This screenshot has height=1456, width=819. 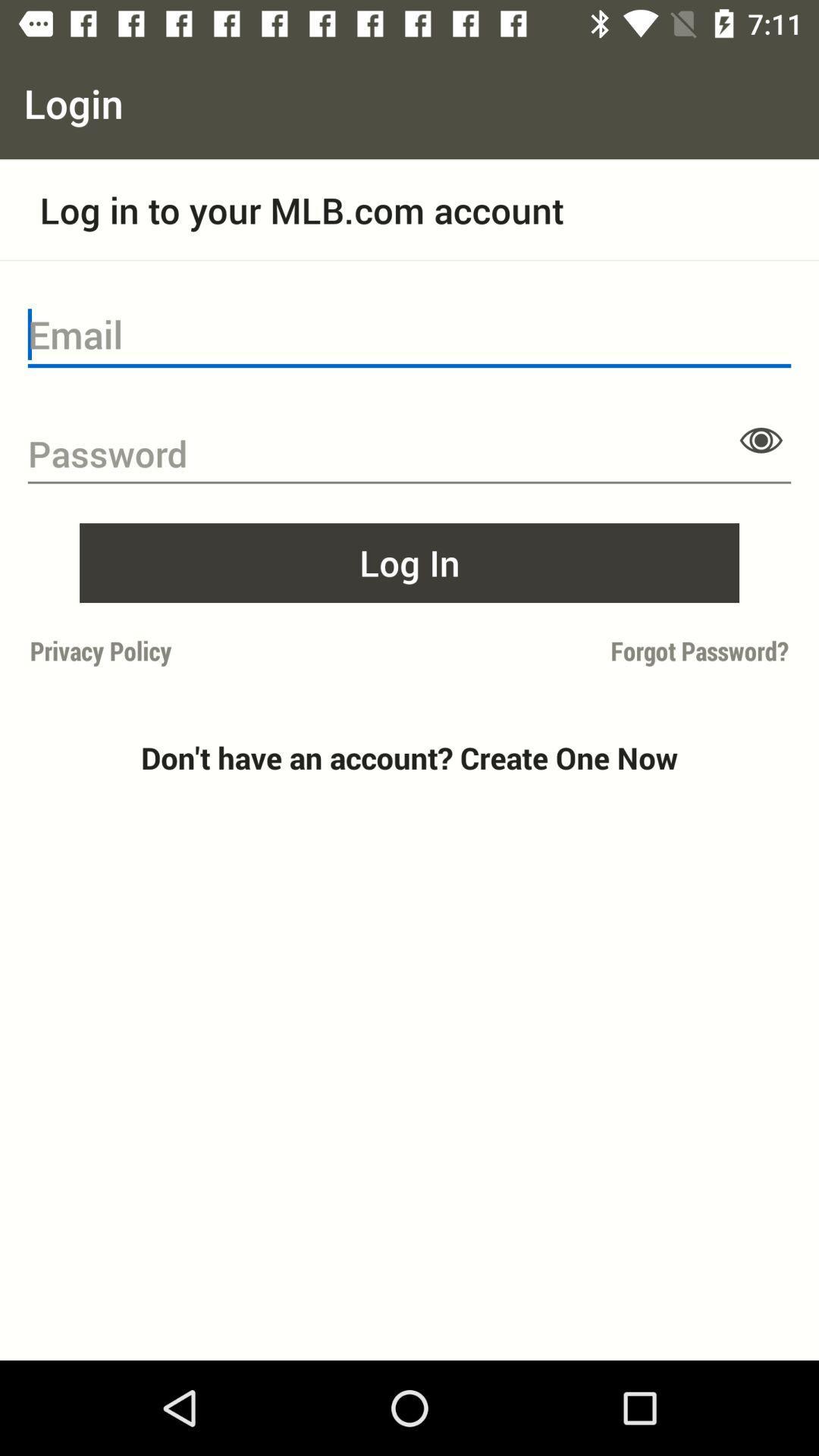 What do you see at coordinates (215, 651) in the screenshot?
I see `privacy policy item` at bounding box center [215, 651].